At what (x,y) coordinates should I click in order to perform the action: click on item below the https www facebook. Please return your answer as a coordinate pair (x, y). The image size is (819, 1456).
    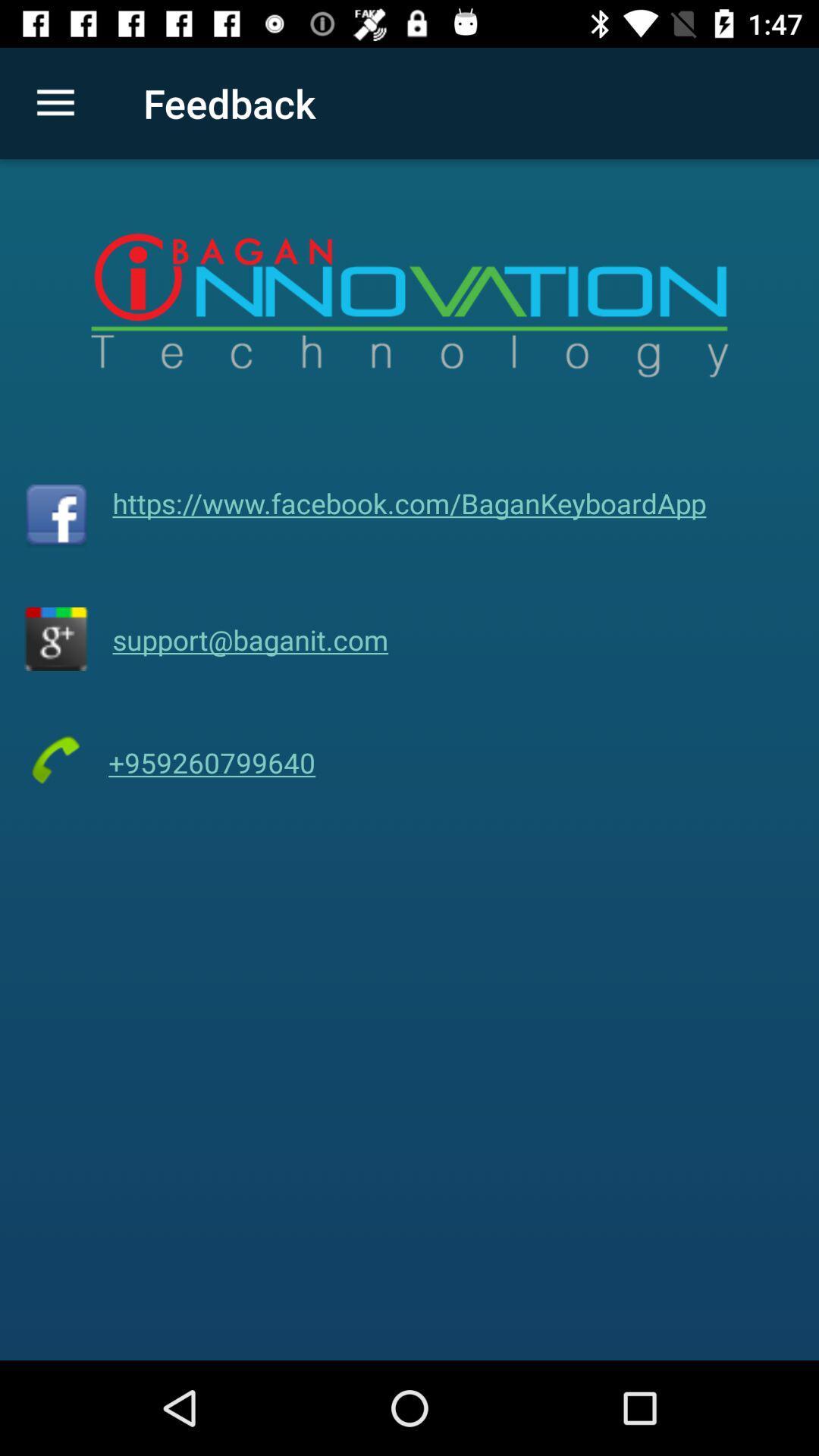
    Looking at the image, I should click on (249, 639).